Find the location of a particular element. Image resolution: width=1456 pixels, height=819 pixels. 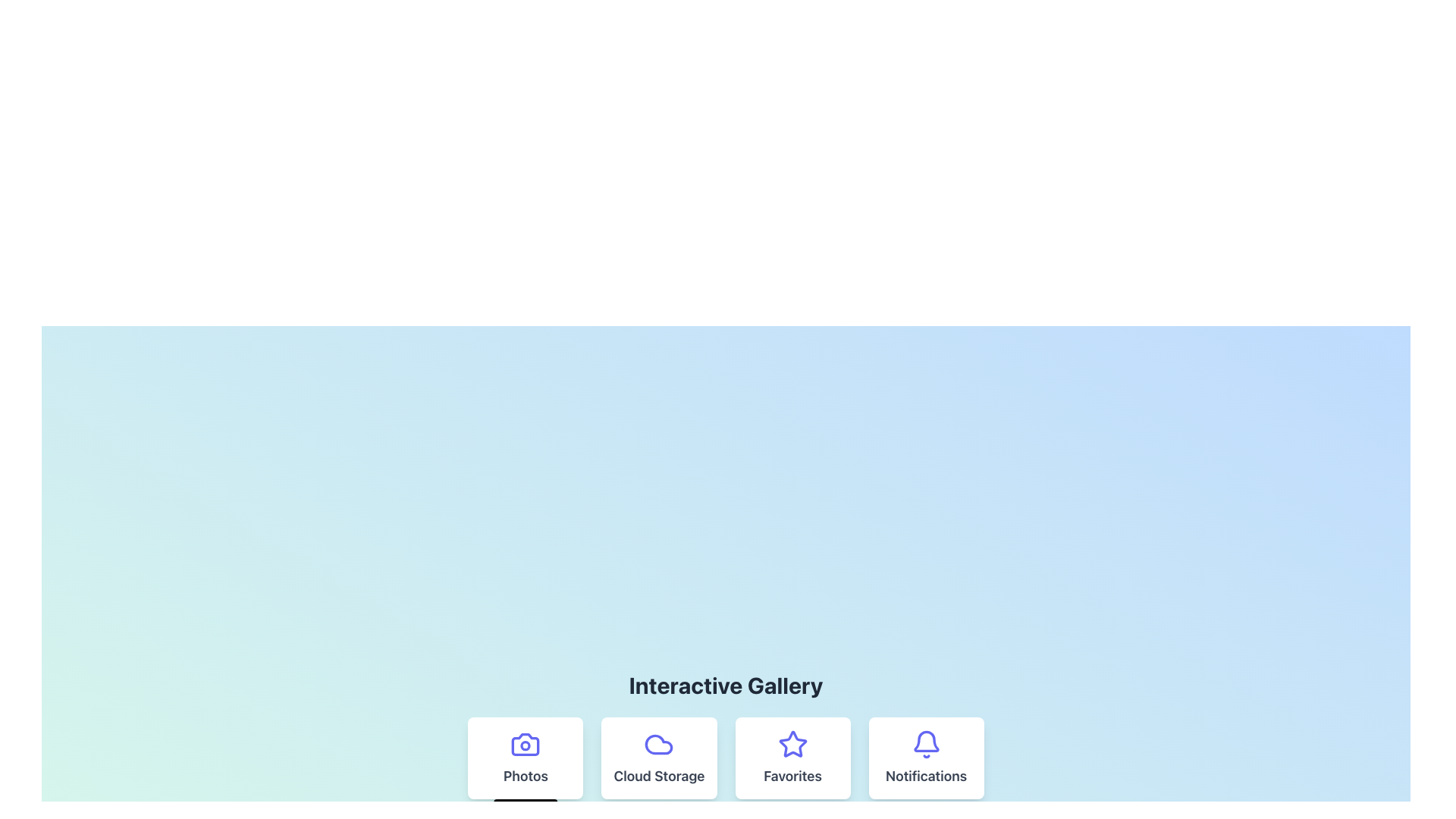

the 'Favorites' button-like interactive card, which is the third card in a horizontal row of four cards is located at coordinates (792, 758).